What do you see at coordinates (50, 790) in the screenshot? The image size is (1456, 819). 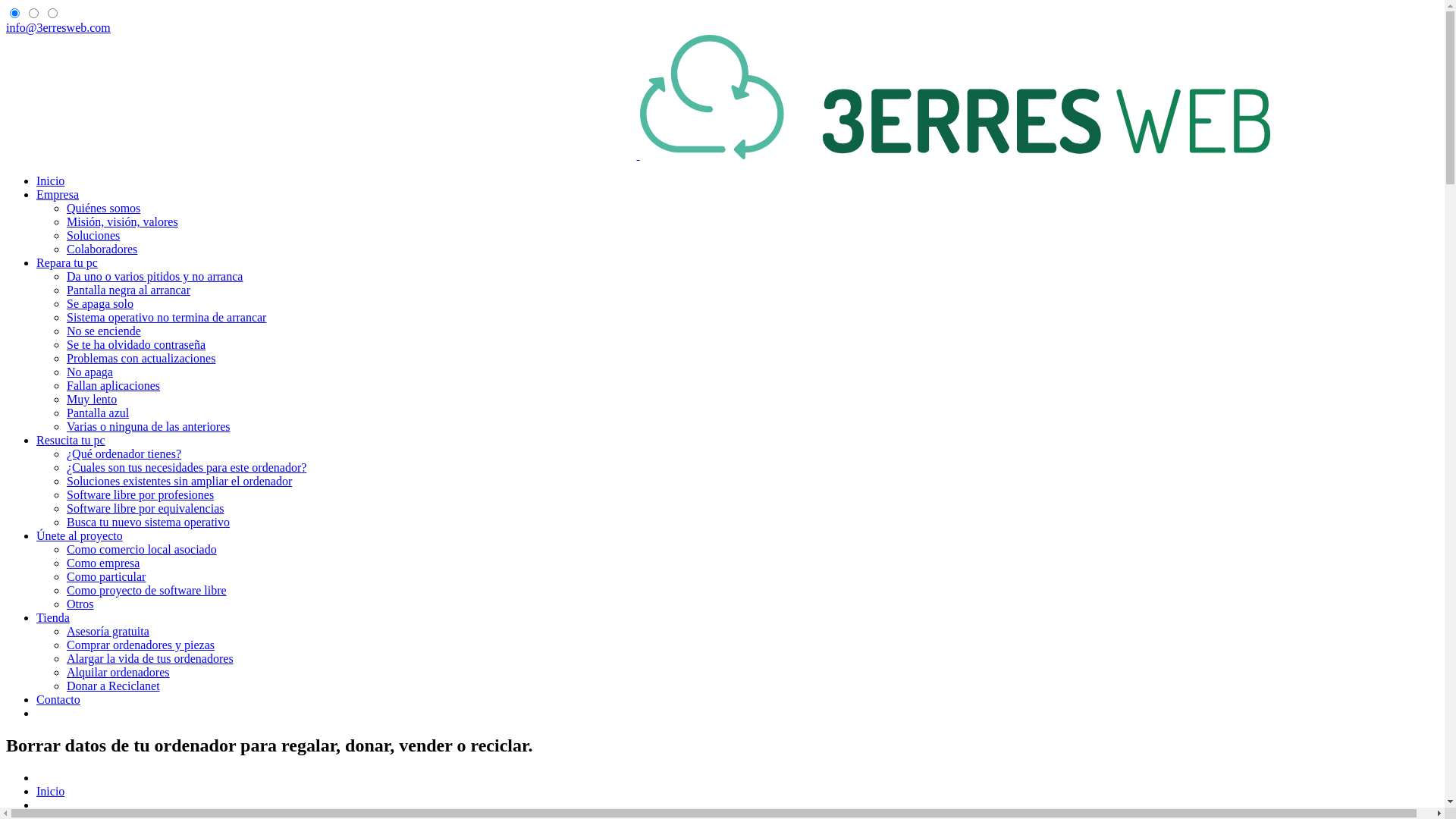 I see `'Inicio'` at bounding box center [50, 790].